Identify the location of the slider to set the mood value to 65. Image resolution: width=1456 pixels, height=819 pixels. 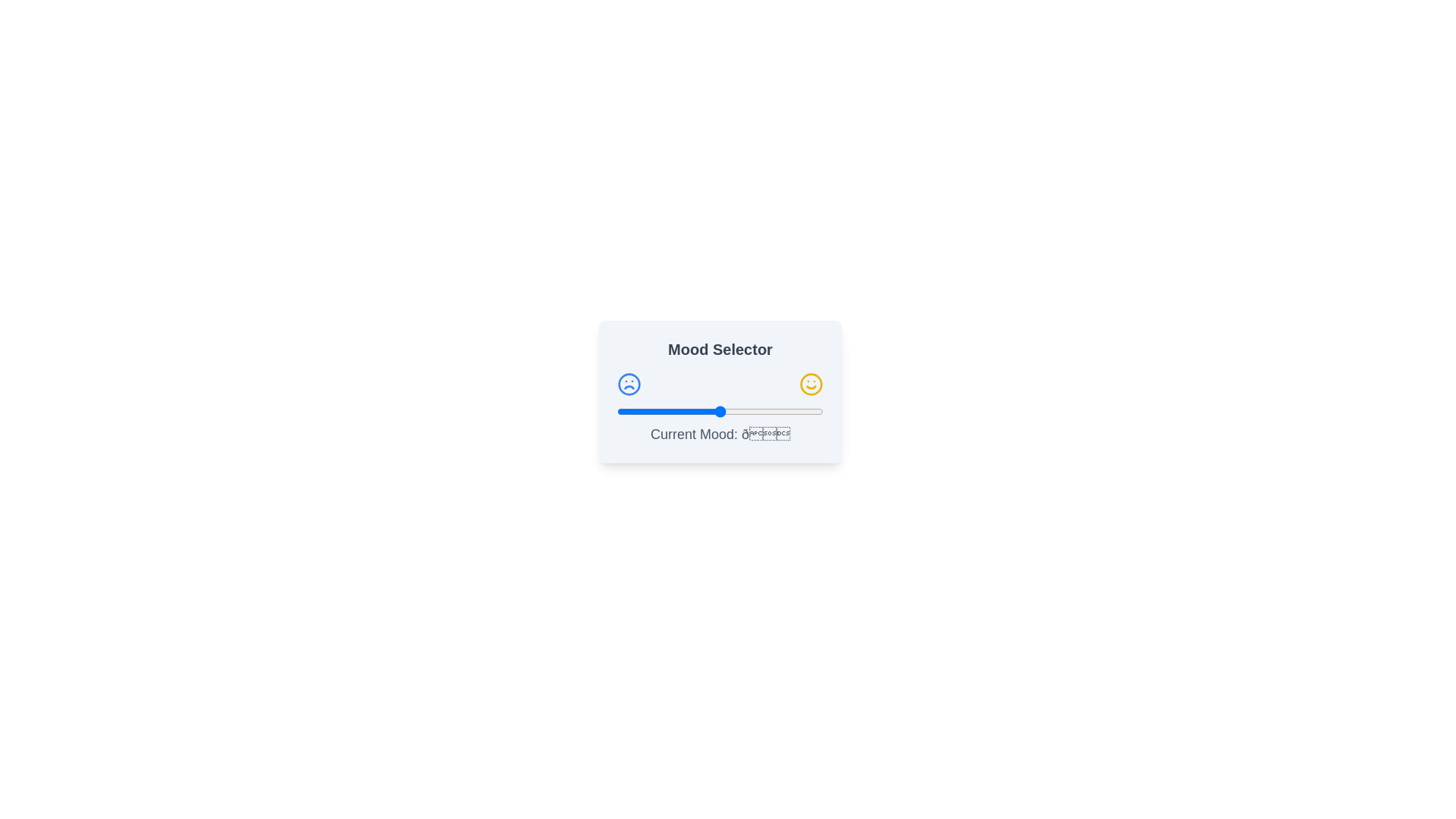
(751, 412).